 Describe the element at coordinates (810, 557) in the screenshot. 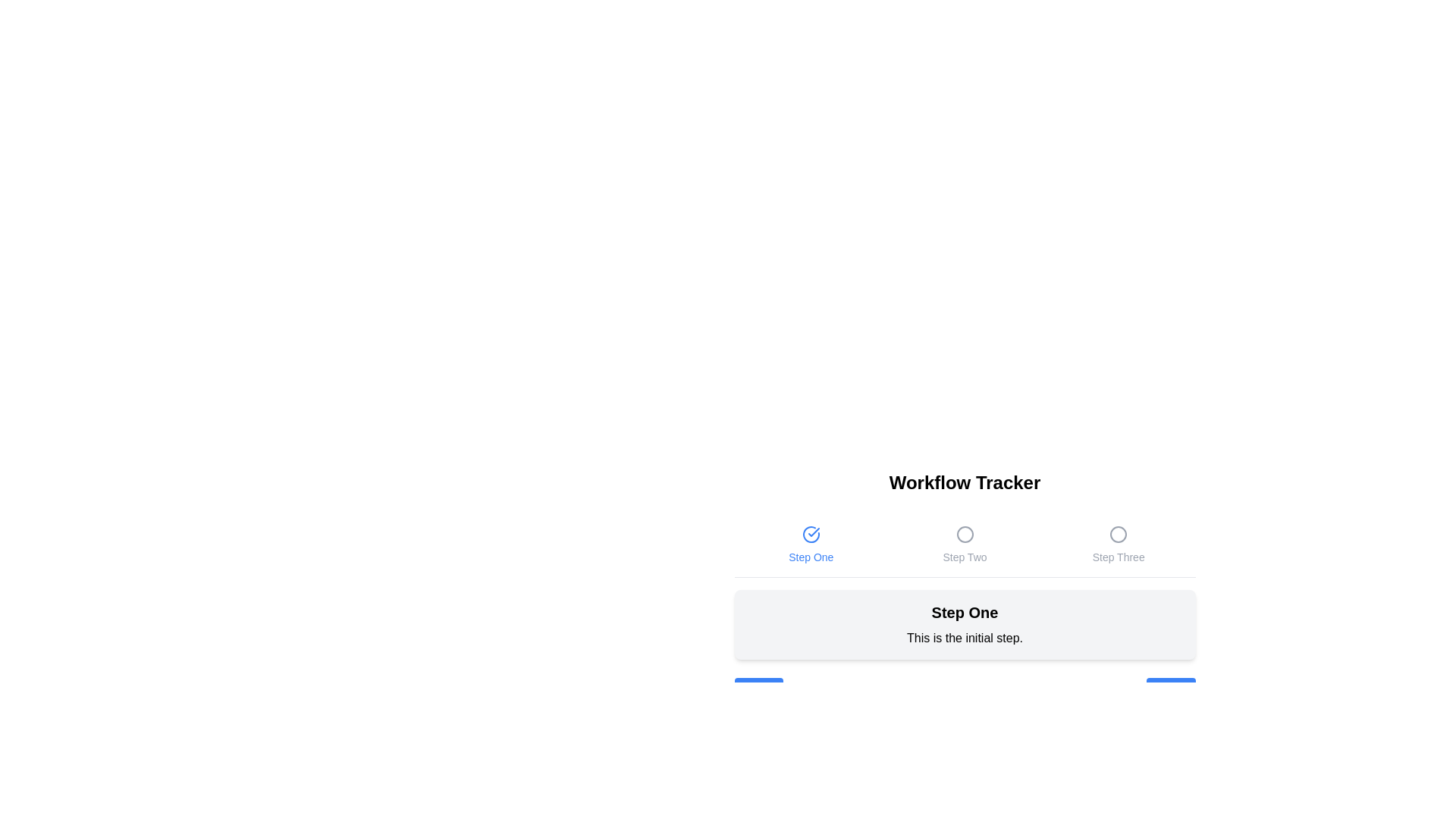

I see `the text label reading 'Step One' styled in blue font, which is positioned below a circular check mark icon, indicating the first step in a process` at that location.